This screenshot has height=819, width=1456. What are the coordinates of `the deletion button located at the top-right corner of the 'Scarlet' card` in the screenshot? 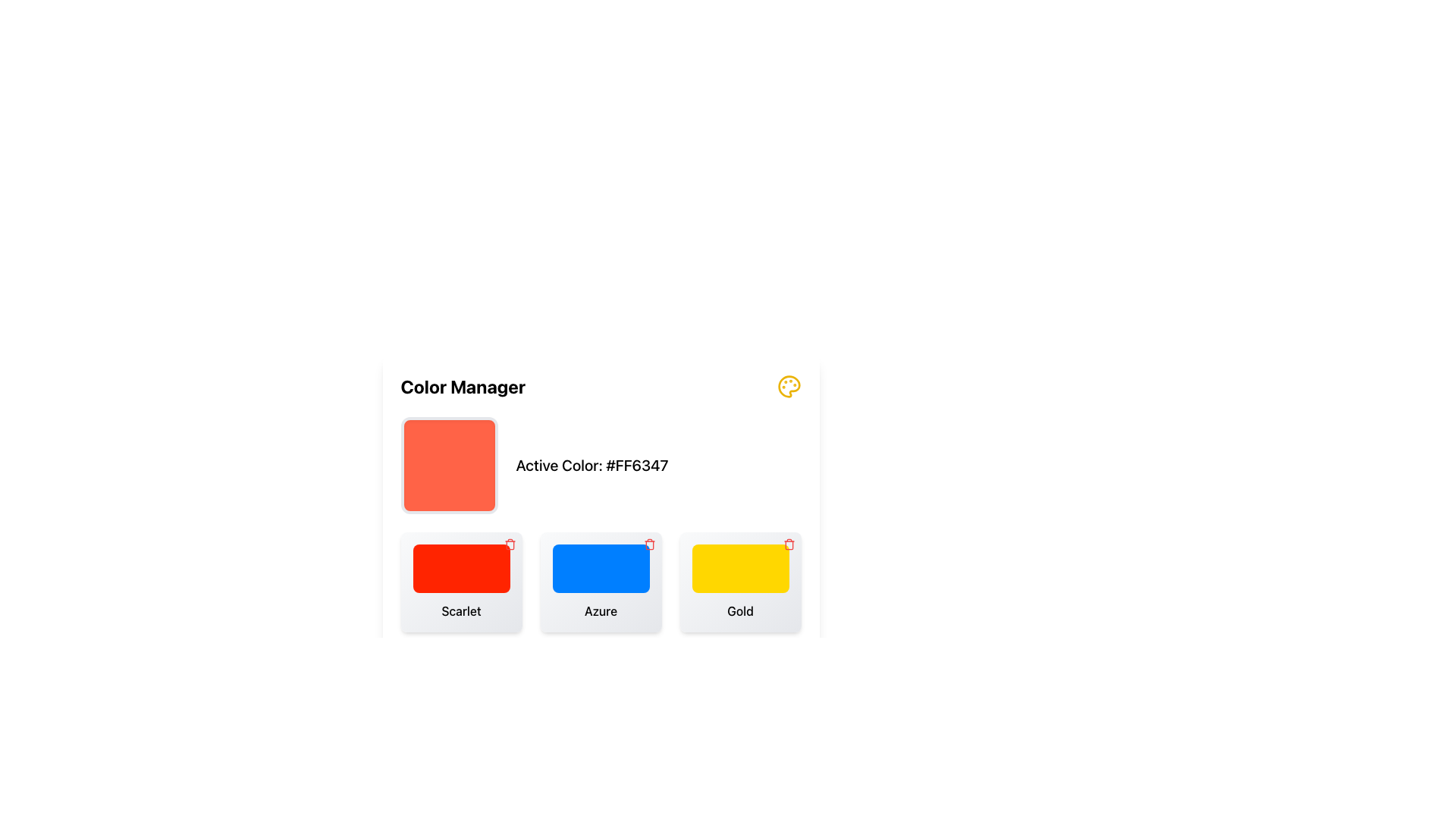 It's located at (510, 543).